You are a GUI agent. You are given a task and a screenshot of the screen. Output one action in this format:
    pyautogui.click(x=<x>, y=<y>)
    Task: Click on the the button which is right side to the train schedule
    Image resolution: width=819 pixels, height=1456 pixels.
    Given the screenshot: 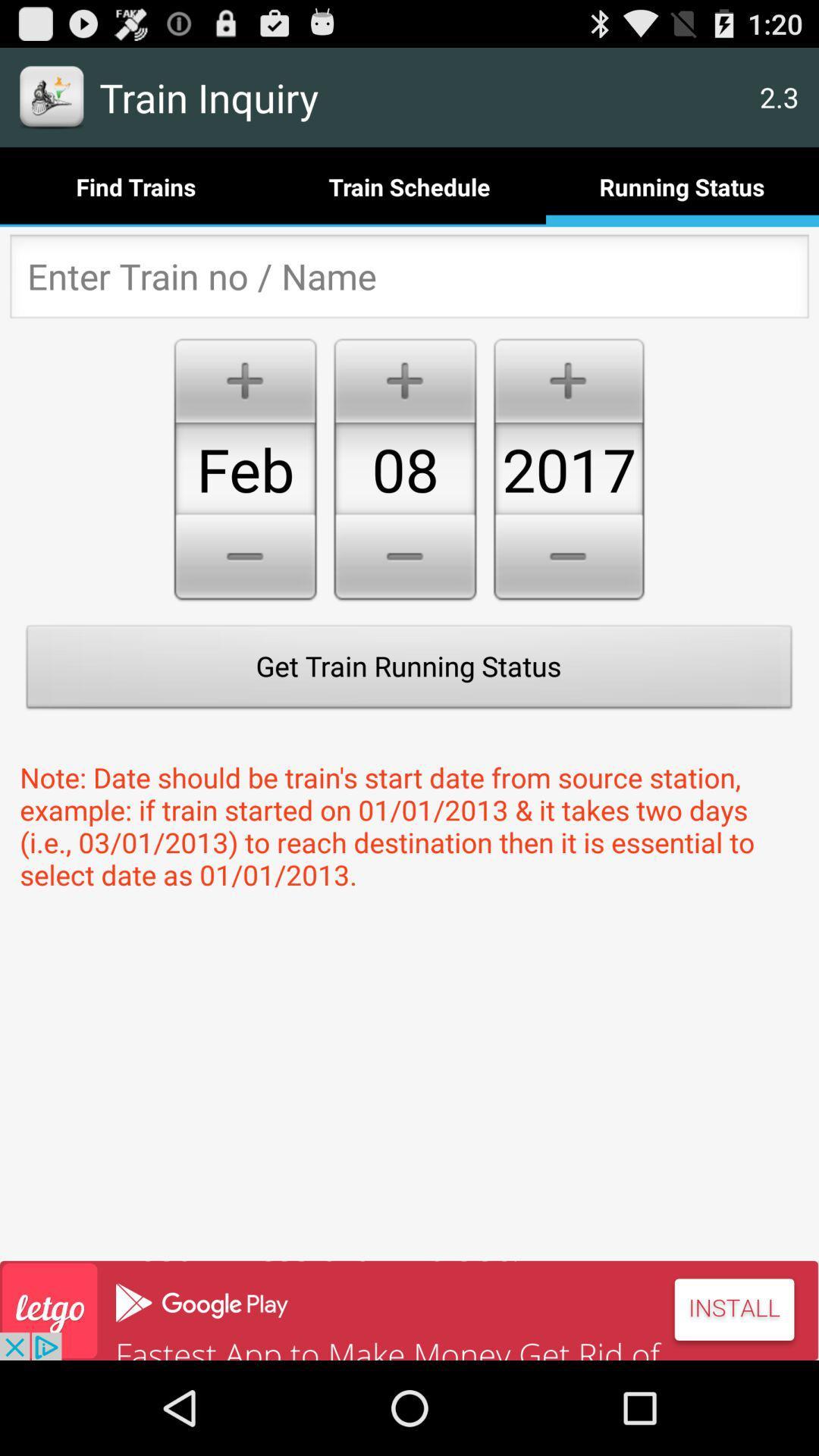 What is the action you would take?
    pyautogui.click(x=681, y=186)
    